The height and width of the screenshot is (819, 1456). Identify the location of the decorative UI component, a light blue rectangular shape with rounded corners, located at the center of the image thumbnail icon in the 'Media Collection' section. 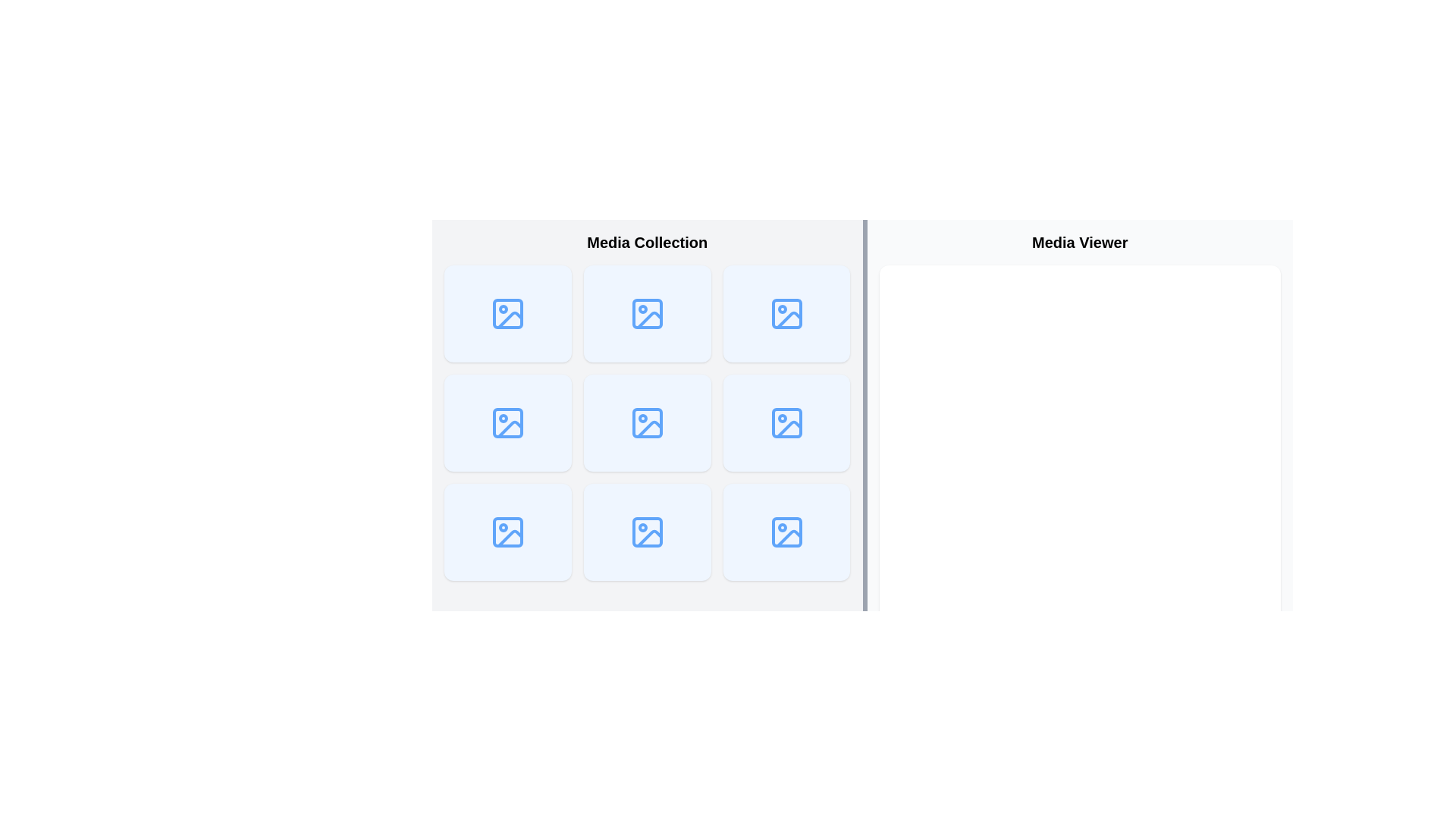
(647, 312).